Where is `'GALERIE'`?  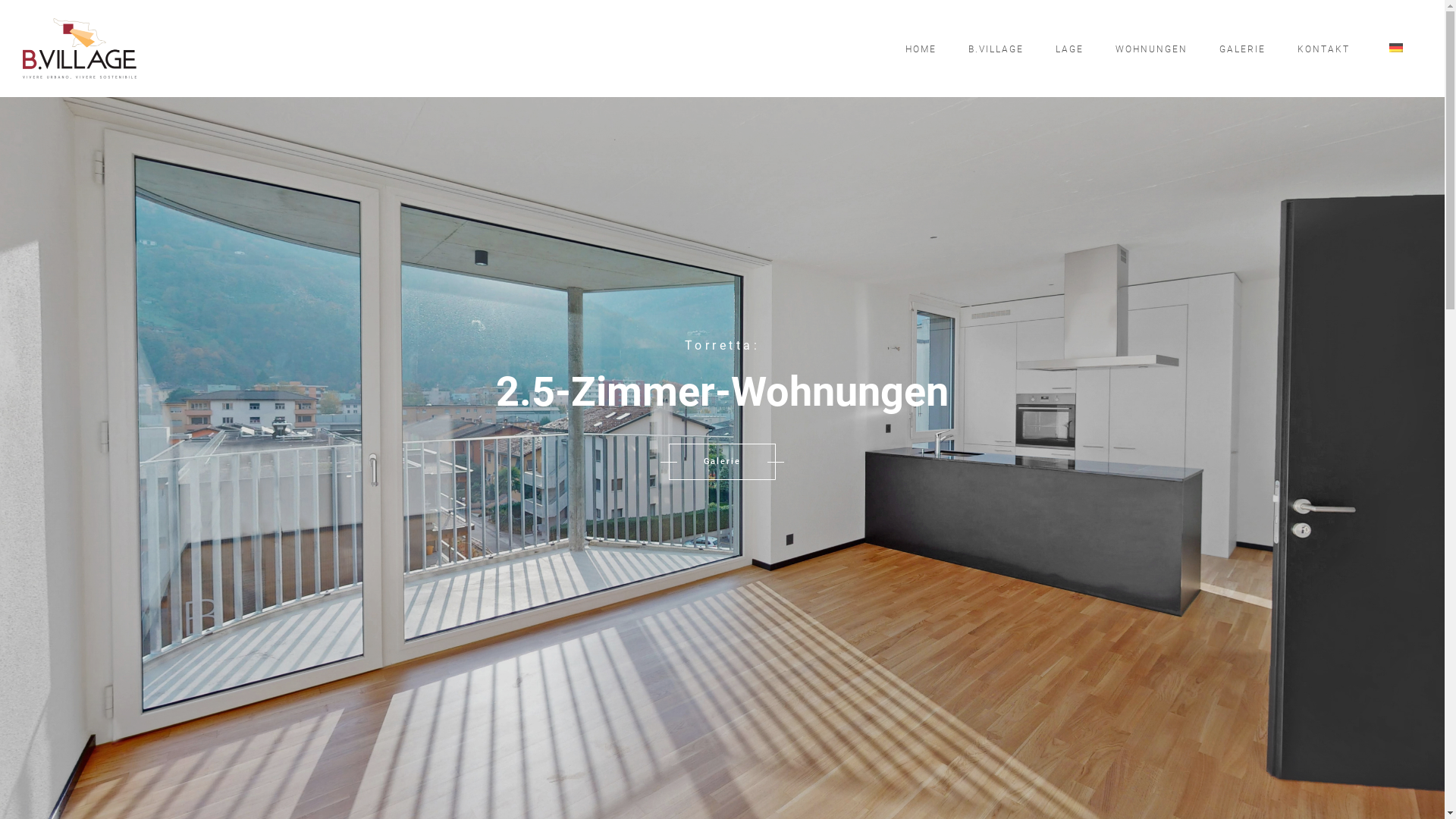
'GALERIE' is located at coordinates (1242, 49).